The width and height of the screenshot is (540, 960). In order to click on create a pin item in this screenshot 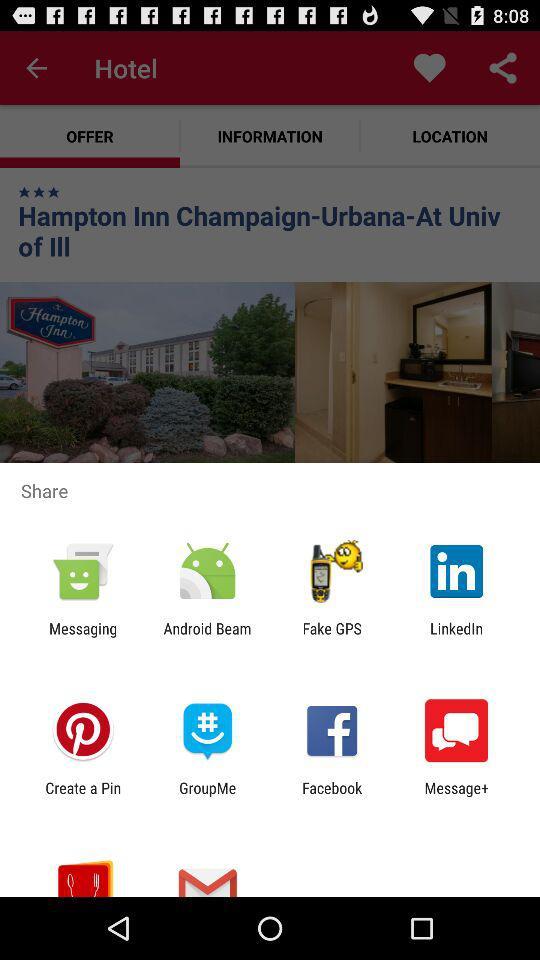, I will do `click(82, 796)`.